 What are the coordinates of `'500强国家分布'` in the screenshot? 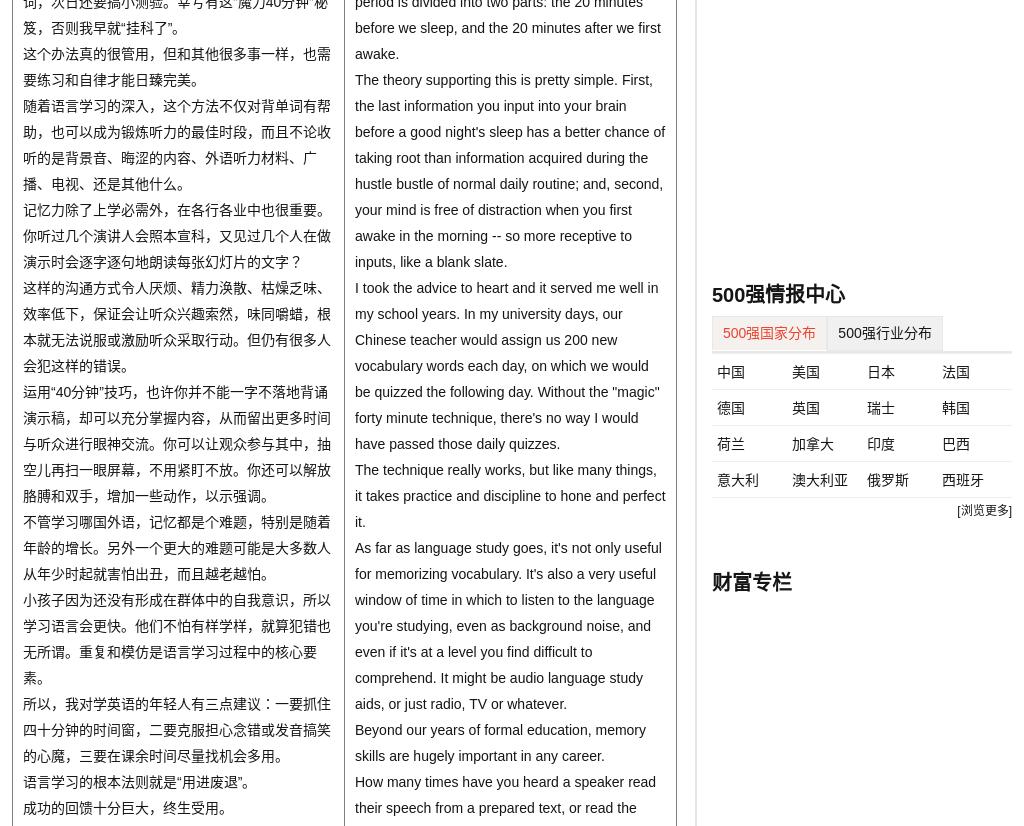 It's located at (769, 331).